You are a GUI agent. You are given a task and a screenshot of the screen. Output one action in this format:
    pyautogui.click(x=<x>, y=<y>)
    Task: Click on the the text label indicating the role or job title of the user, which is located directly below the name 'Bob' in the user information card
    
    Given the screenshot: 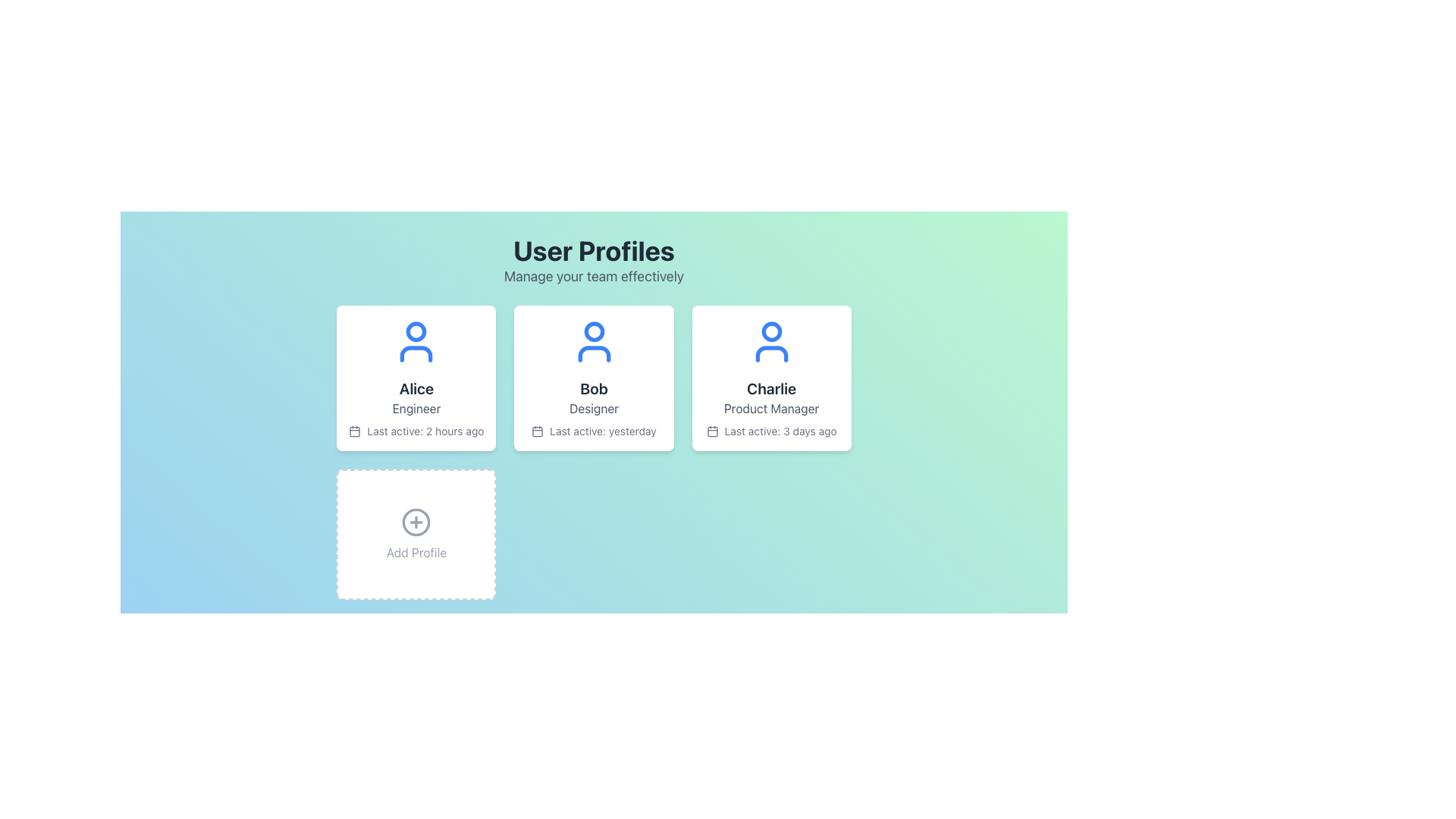 What is the action you would take?
    pyautogui.click(x=593, y=408)
    